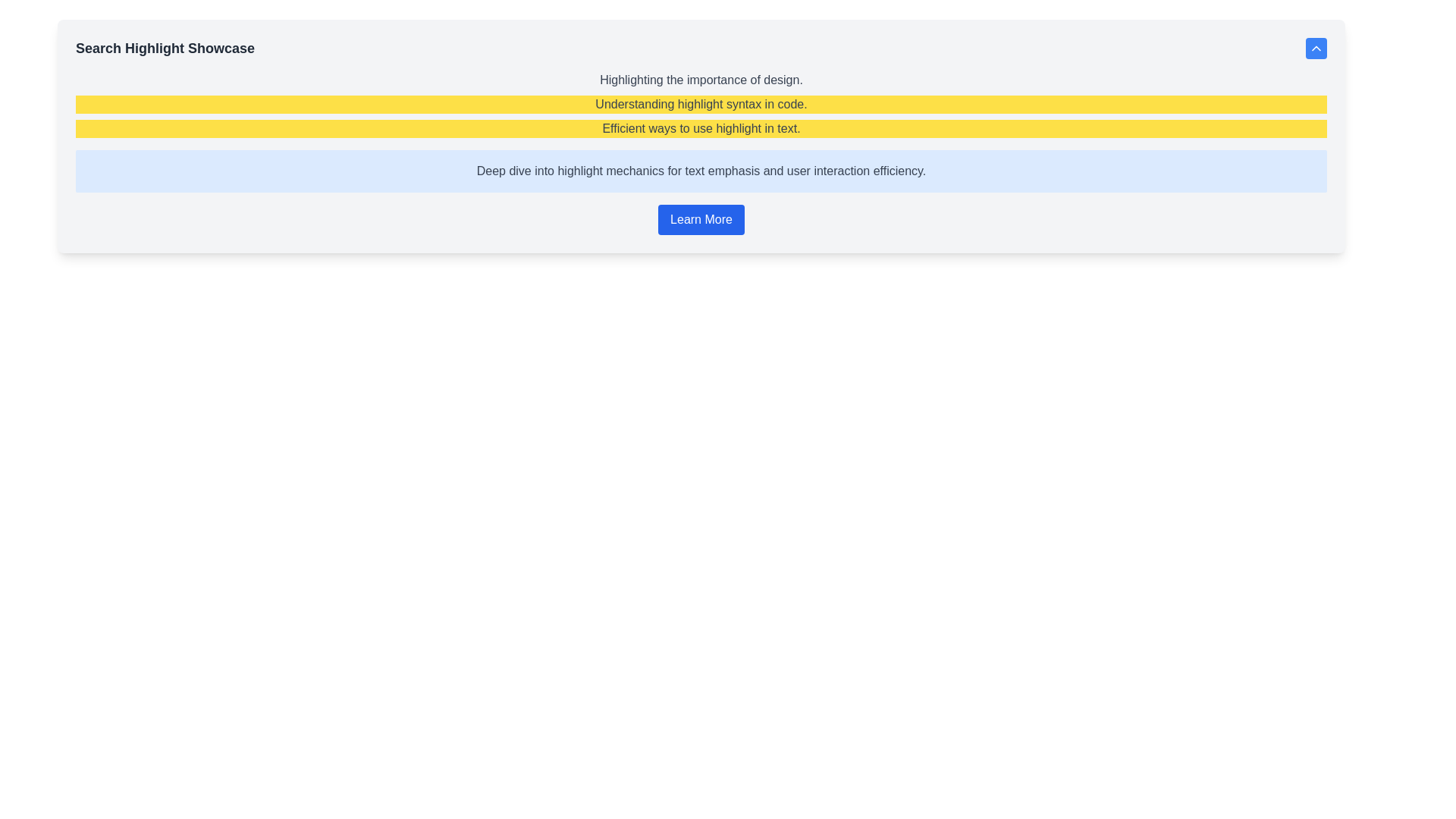 This screenshot has height=819, width=1456. Describe the element at coordinates (701, 171) in the screenshot. I see `the informative text element that provides extended details about the content subcategory, located within a blue rectangular box, which is the fifth item in a vertical stack of content elements` at that location.